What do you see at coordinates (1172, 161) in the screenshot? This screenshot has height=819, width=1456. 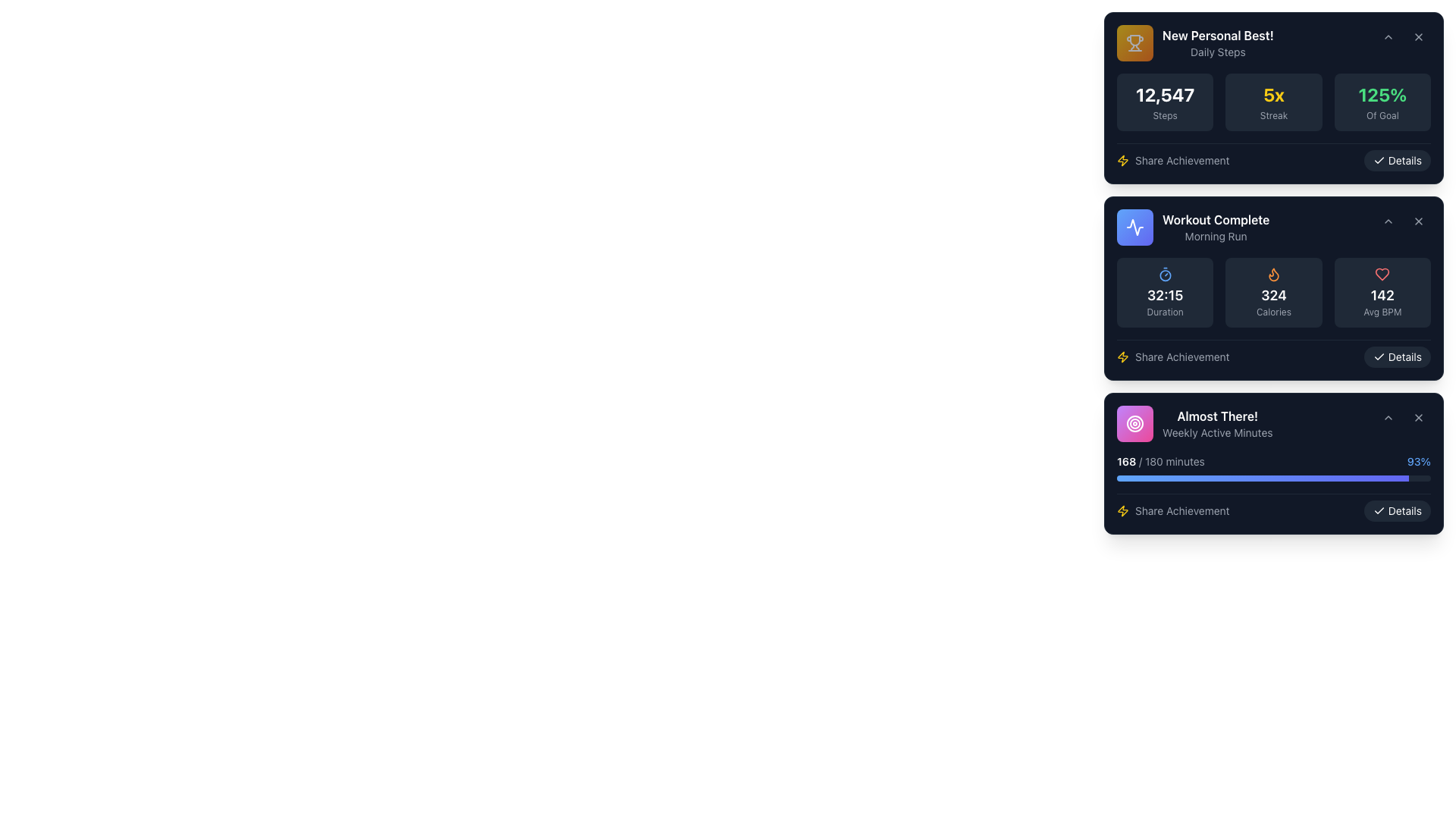 I see `the 'Share Achievement' text label with a lightning bolt icon located at the bottom-left section of the card layout` at bounding box center [1172, 161].